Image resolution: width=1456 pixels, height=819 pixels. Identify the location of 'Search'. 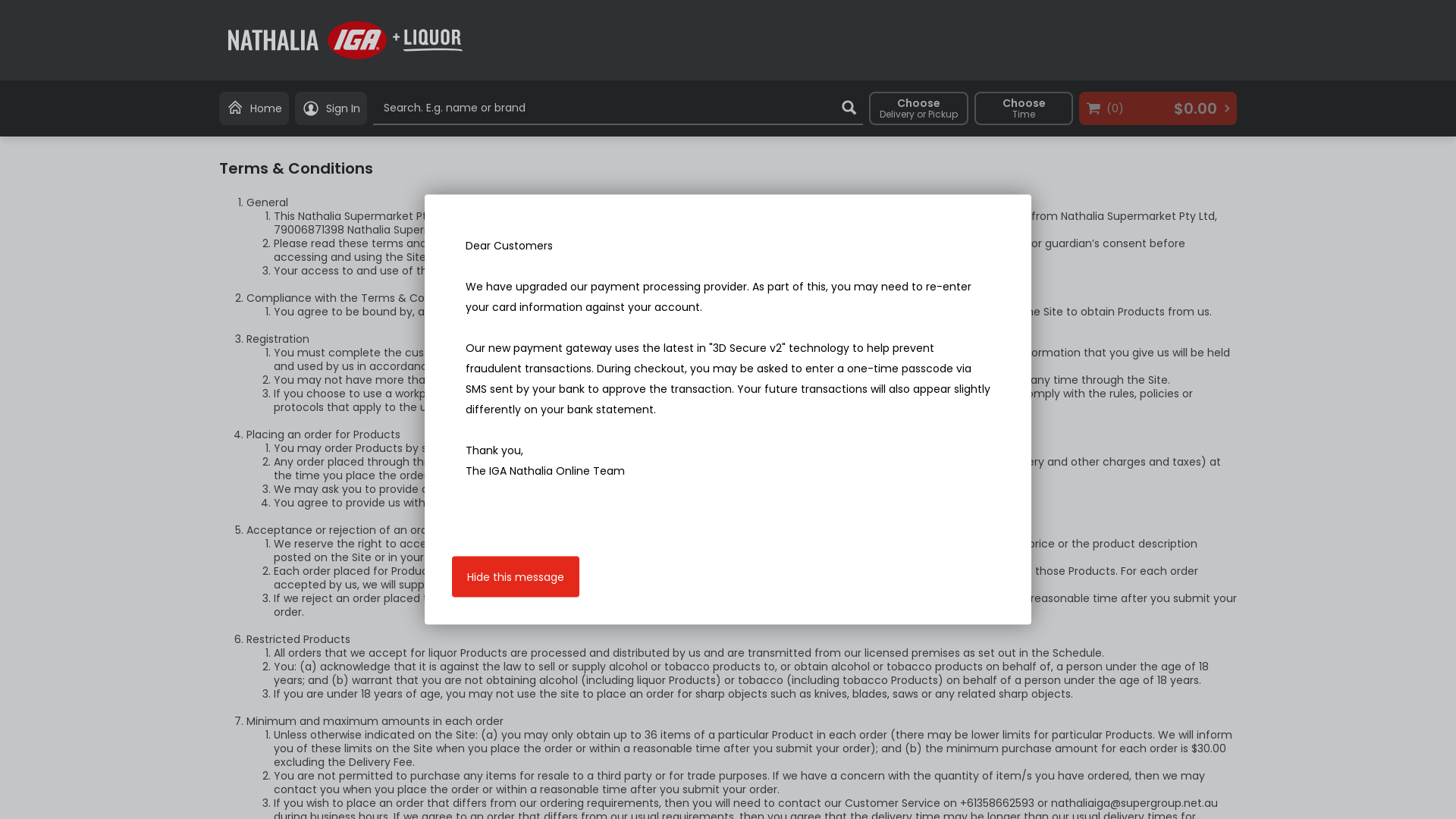
(848, 107).